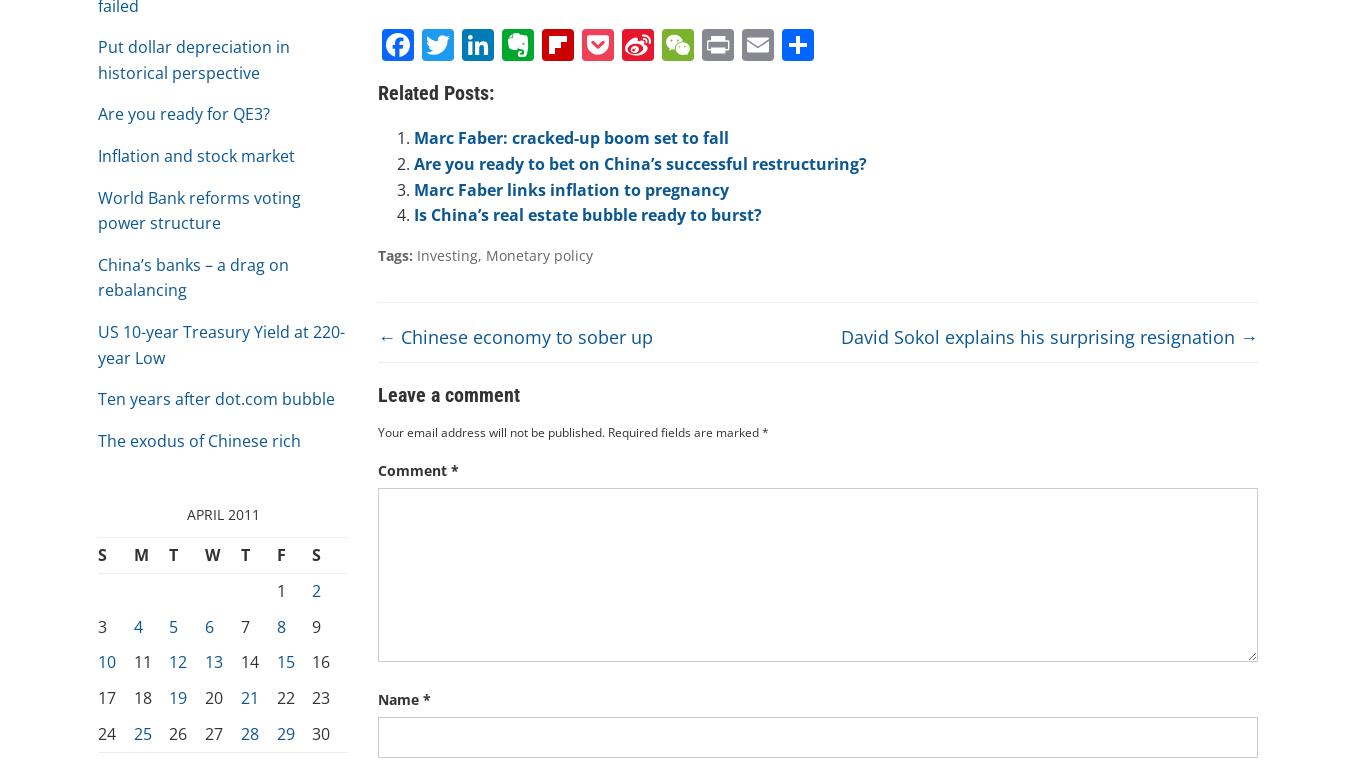  What do you see at coordinates (493, 122) in the screenshot?
I see `'LinkedIn'` at bounding box center [493, 122].